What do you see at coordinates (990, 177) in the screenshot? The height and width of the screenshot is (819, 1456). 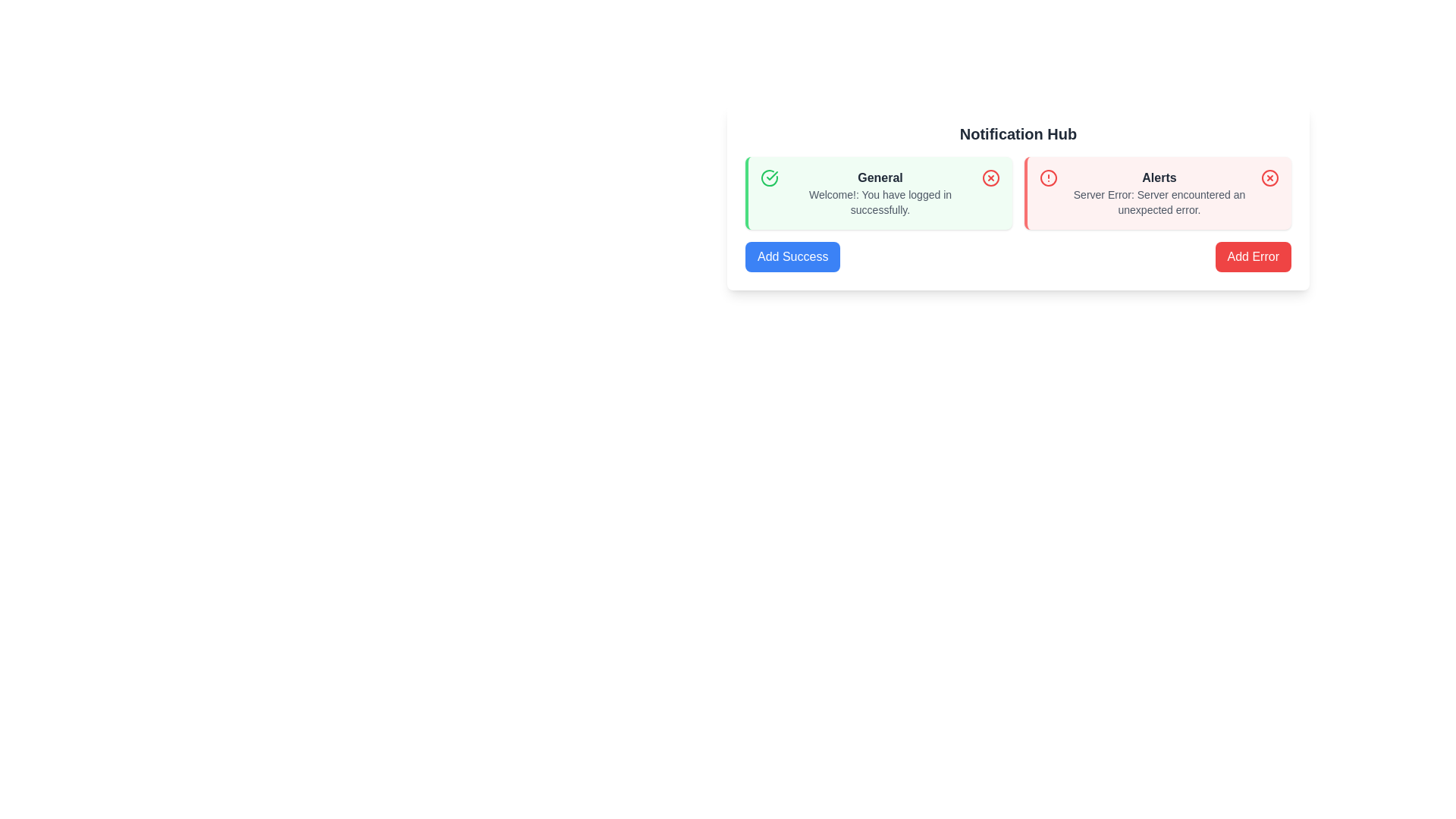 I see `the close button located at the top-right corner of the 'General' notification card` at bounding box center [990, 177].